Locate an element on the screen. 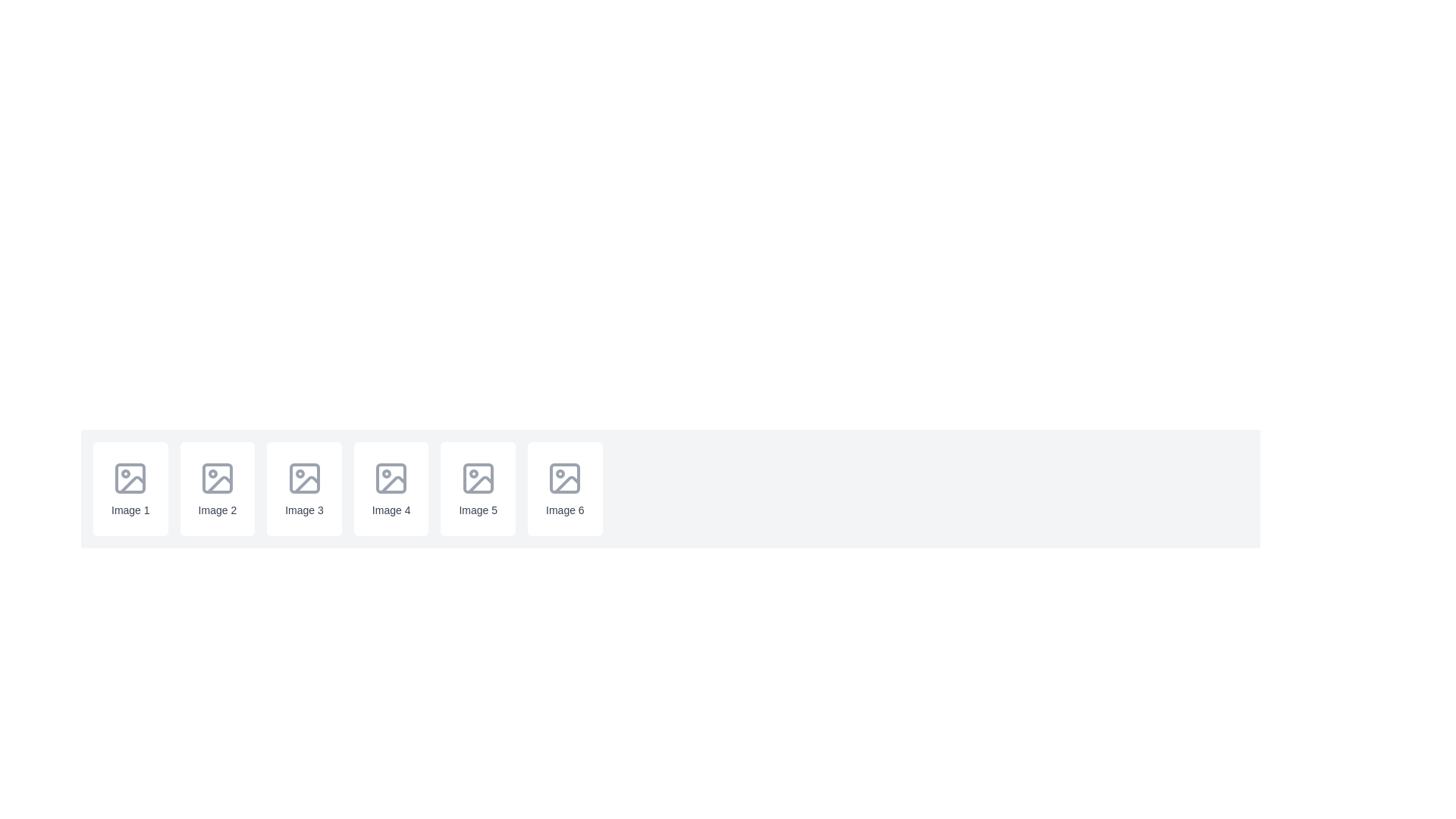  the first interactive grid item containing a gray icon resembling an image and the label 'Image 1' for keyboard navigation is located at coordinates (130, 488).